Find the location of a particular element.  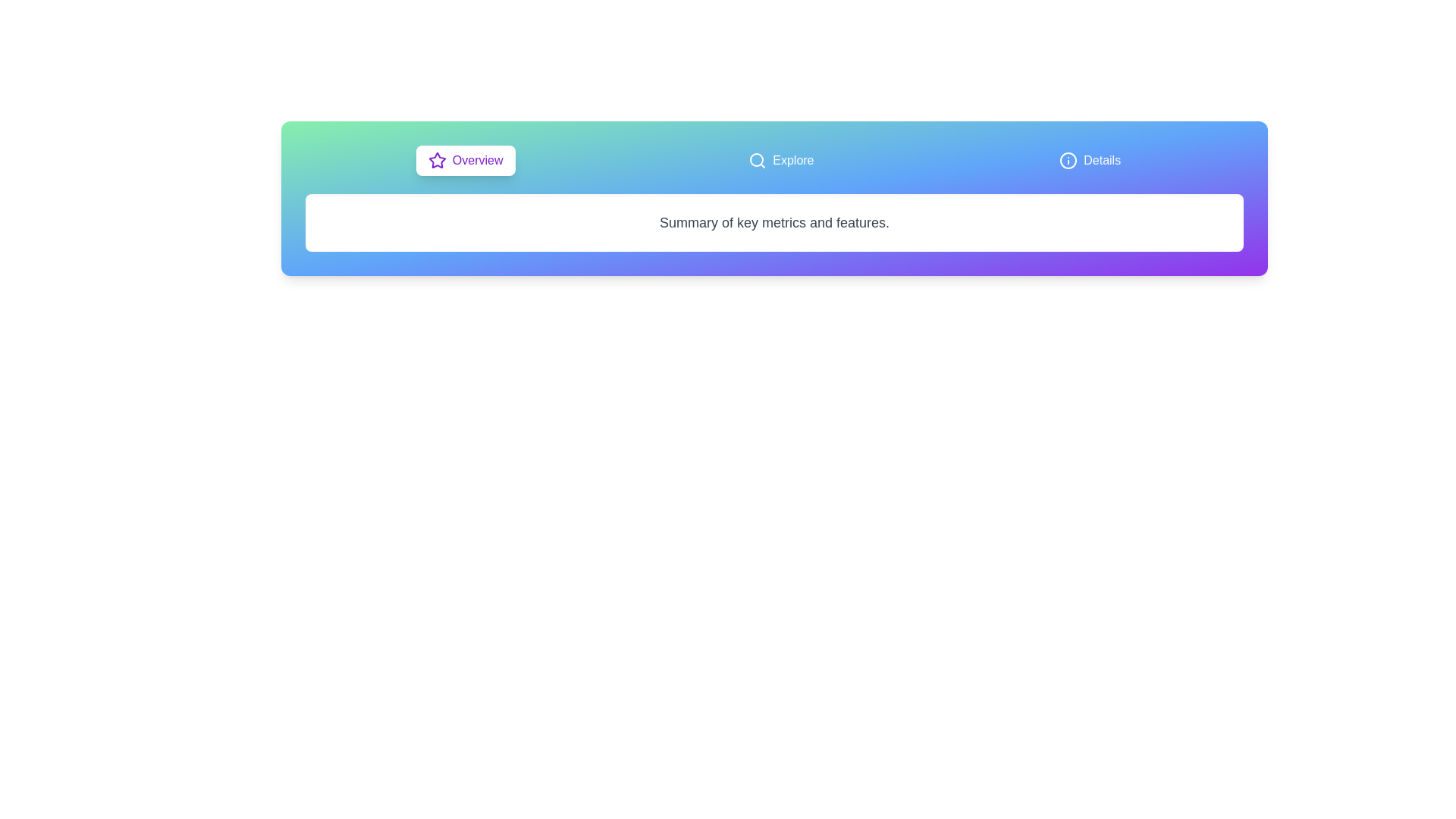

the Explore tab to display its content is located at coordinates (781, 161).